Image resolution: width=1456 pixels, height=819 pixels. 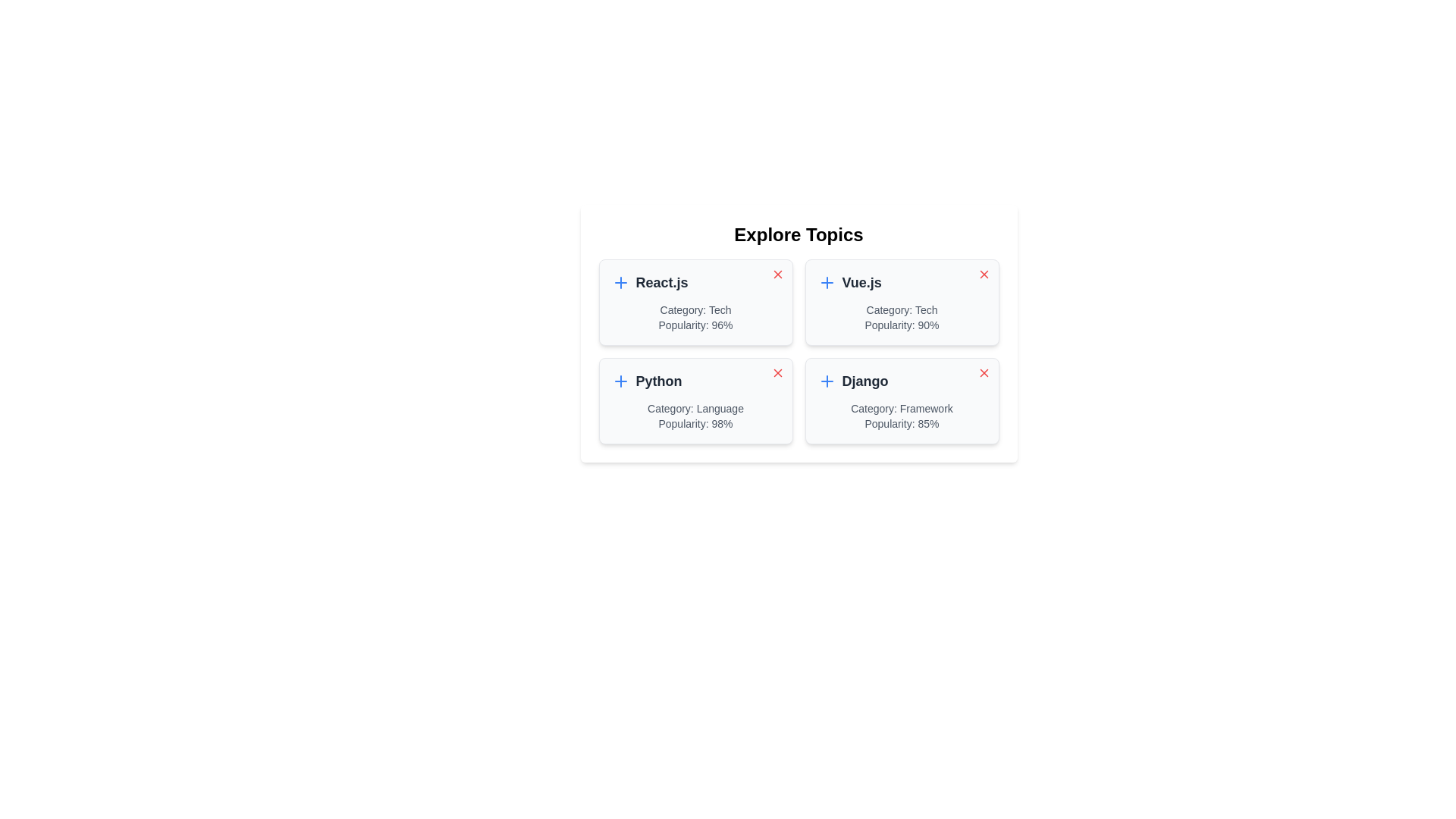 What do you see at coordinates (826, 283) in the screenshot?
I see `the add button icon for the topic Vue.js` at bounding box center [826, 283].